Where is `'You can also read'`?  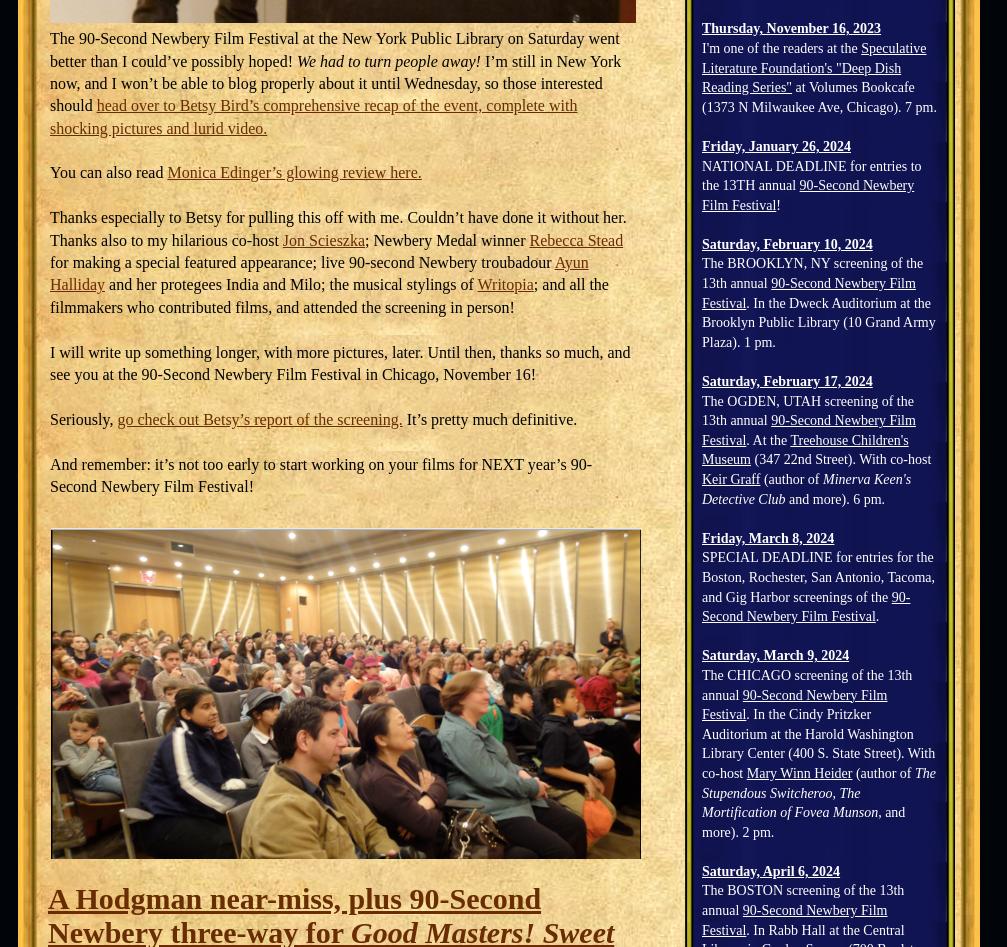
'You can also read' is located at coordinates (108, 171).